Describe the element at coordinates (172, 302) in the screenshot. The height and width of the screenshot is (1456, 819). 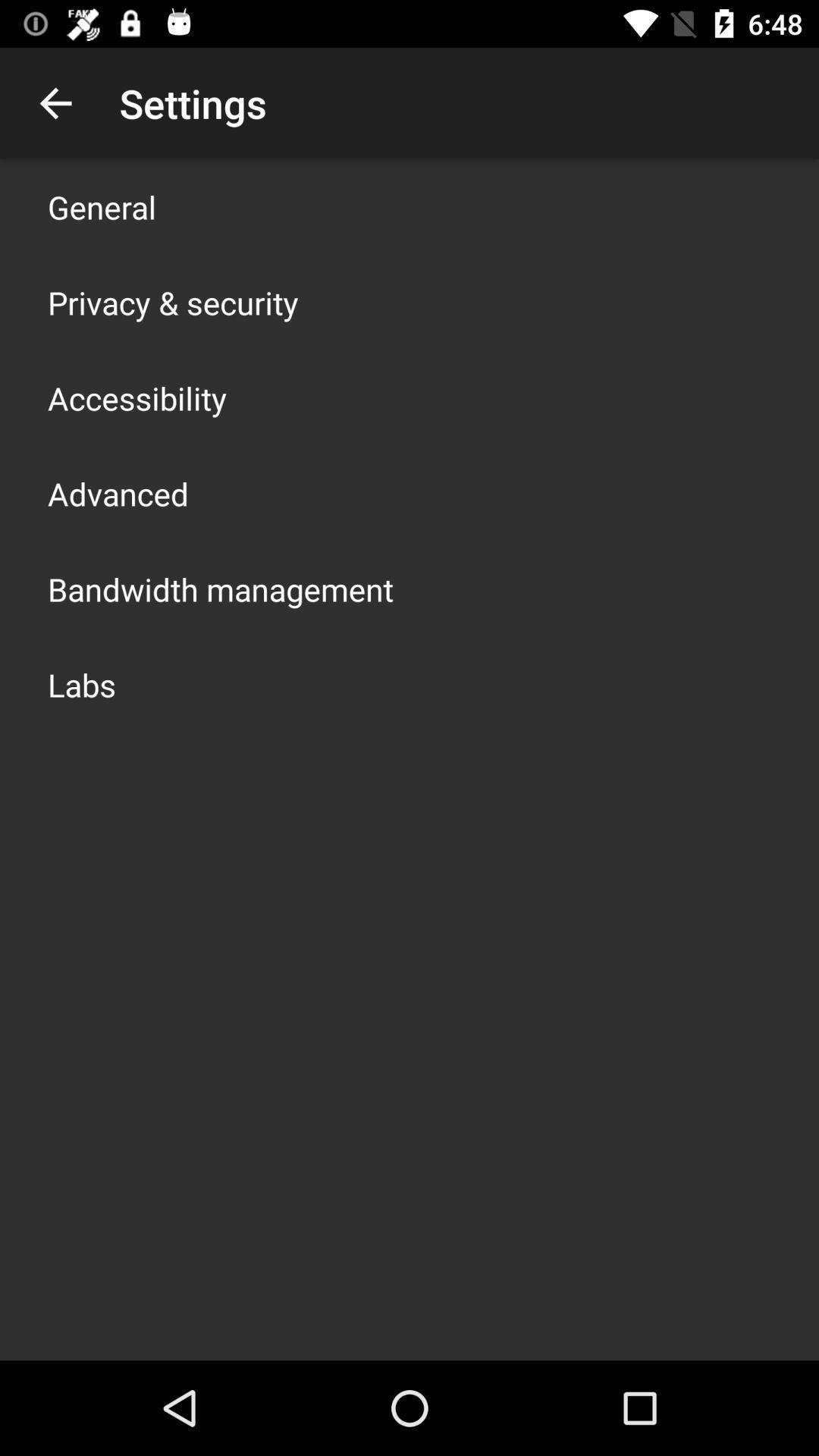
I see `privacy & security icon` at that location.